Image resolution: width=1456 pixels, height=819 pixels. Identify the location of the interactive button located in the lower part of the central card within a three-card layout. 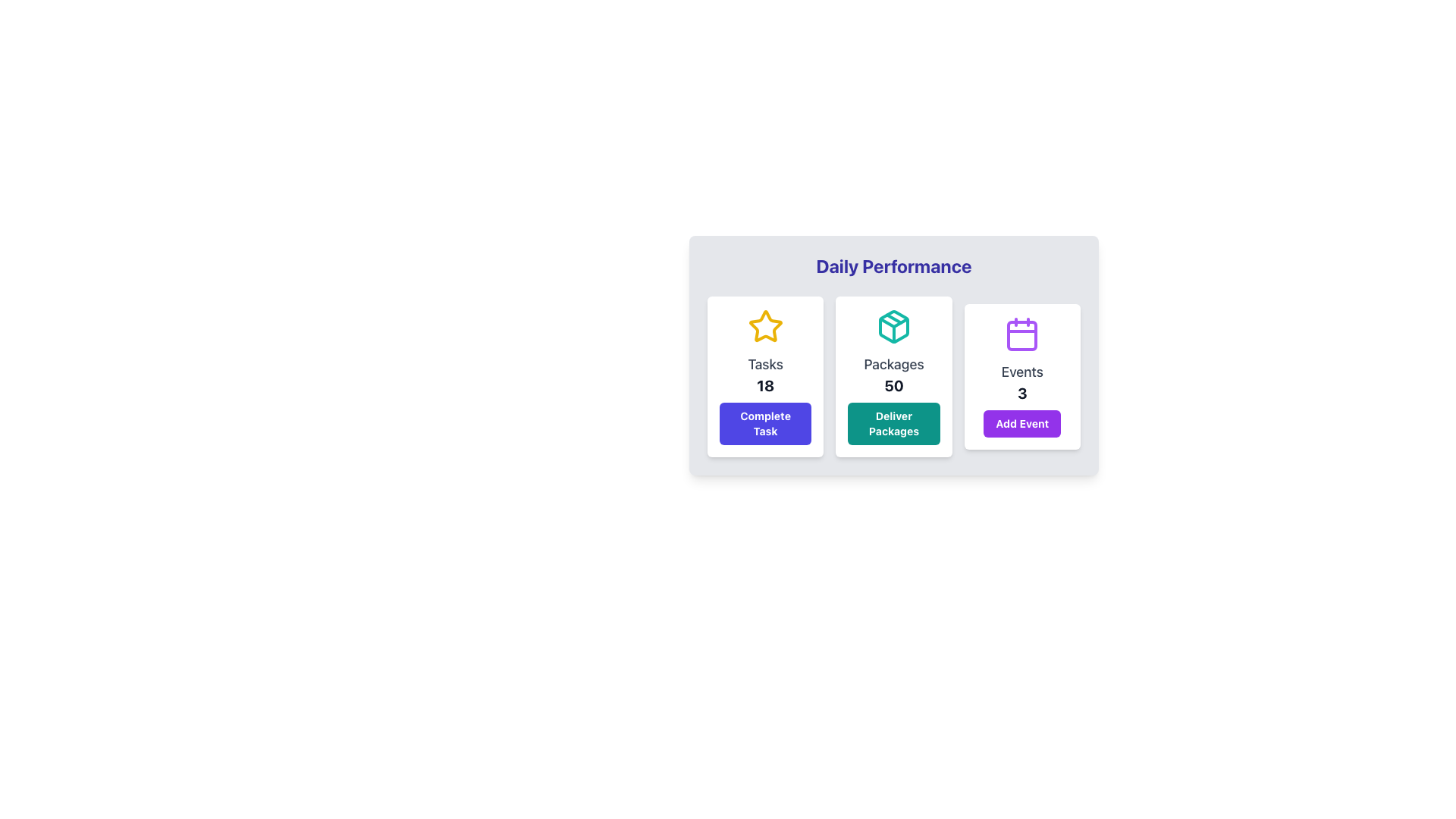
(894, 424).